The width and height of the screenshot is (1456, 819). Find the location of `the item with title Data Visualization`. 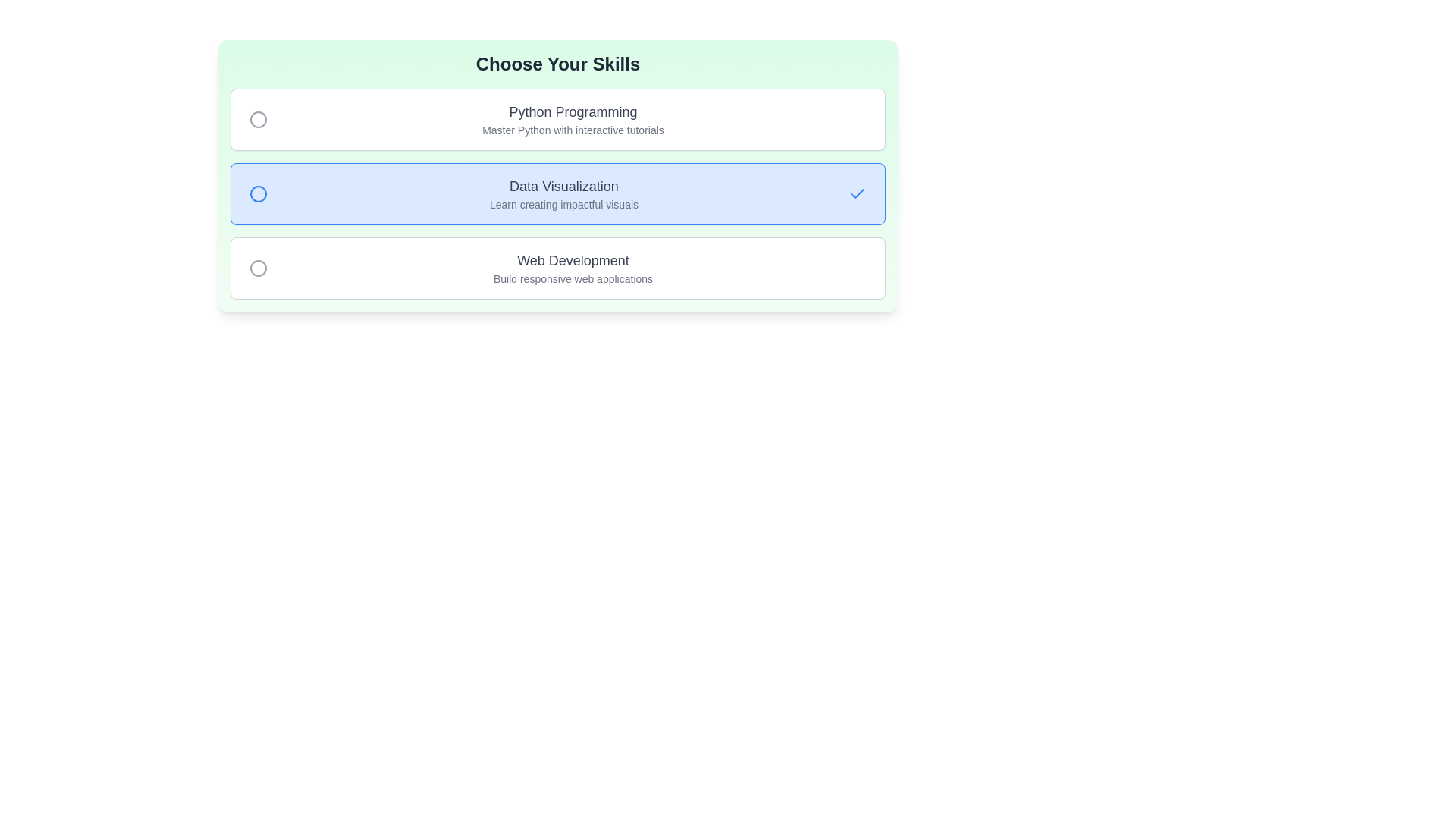

the item with title Data Visualization is located at coordinates (557, 193).